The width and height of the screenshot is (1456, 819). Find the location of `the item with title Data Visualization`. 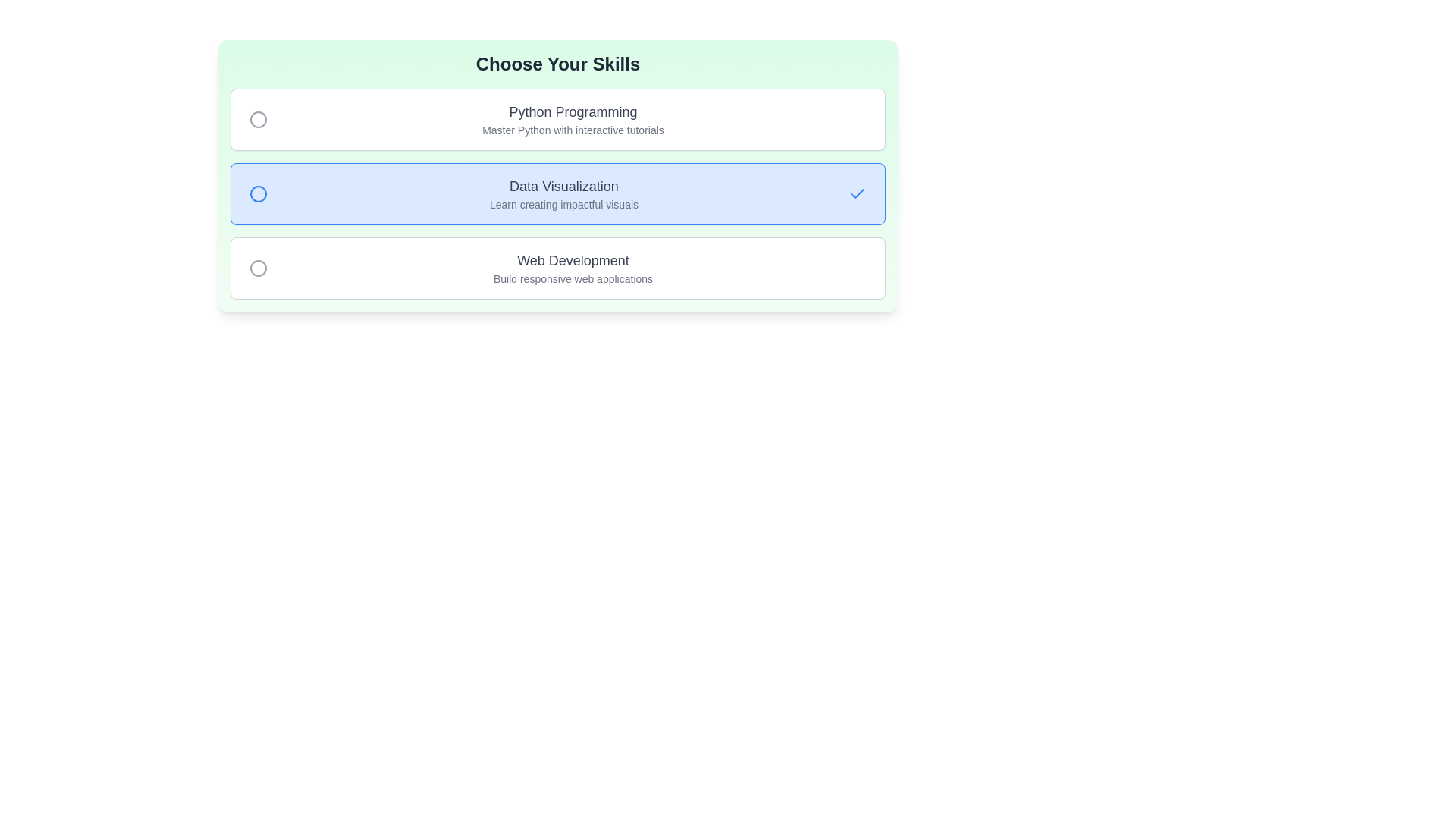

the item with title Data Visualization is located at coordinates (557, 193).